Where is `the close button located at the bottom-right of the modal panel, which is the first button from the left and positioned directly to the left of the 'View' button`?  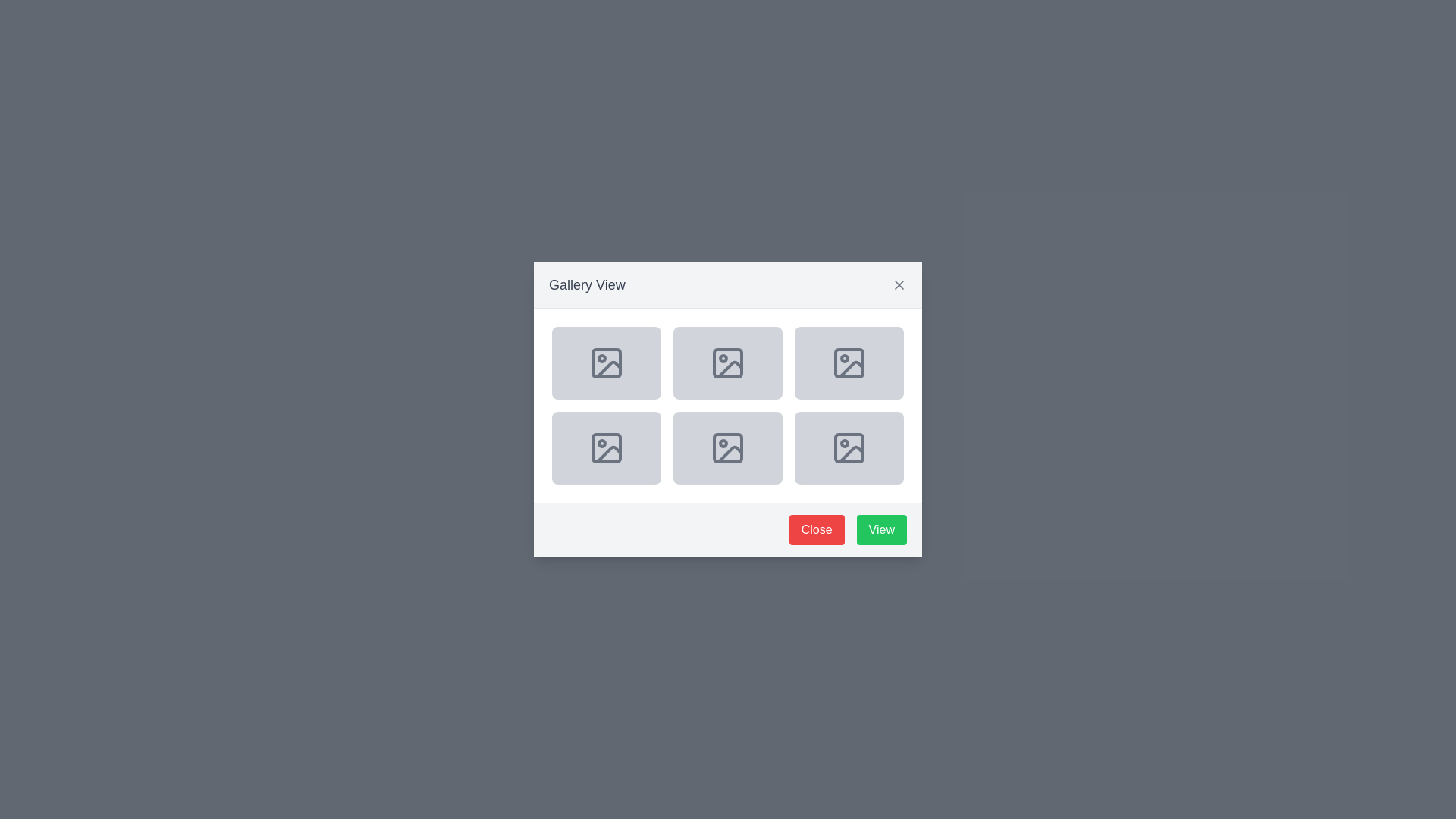
the close button located at the bottom-right of the modal panel, which is the first button from the left and positioned directly to the left of the 'View' button is located at coordinates (816, 529).